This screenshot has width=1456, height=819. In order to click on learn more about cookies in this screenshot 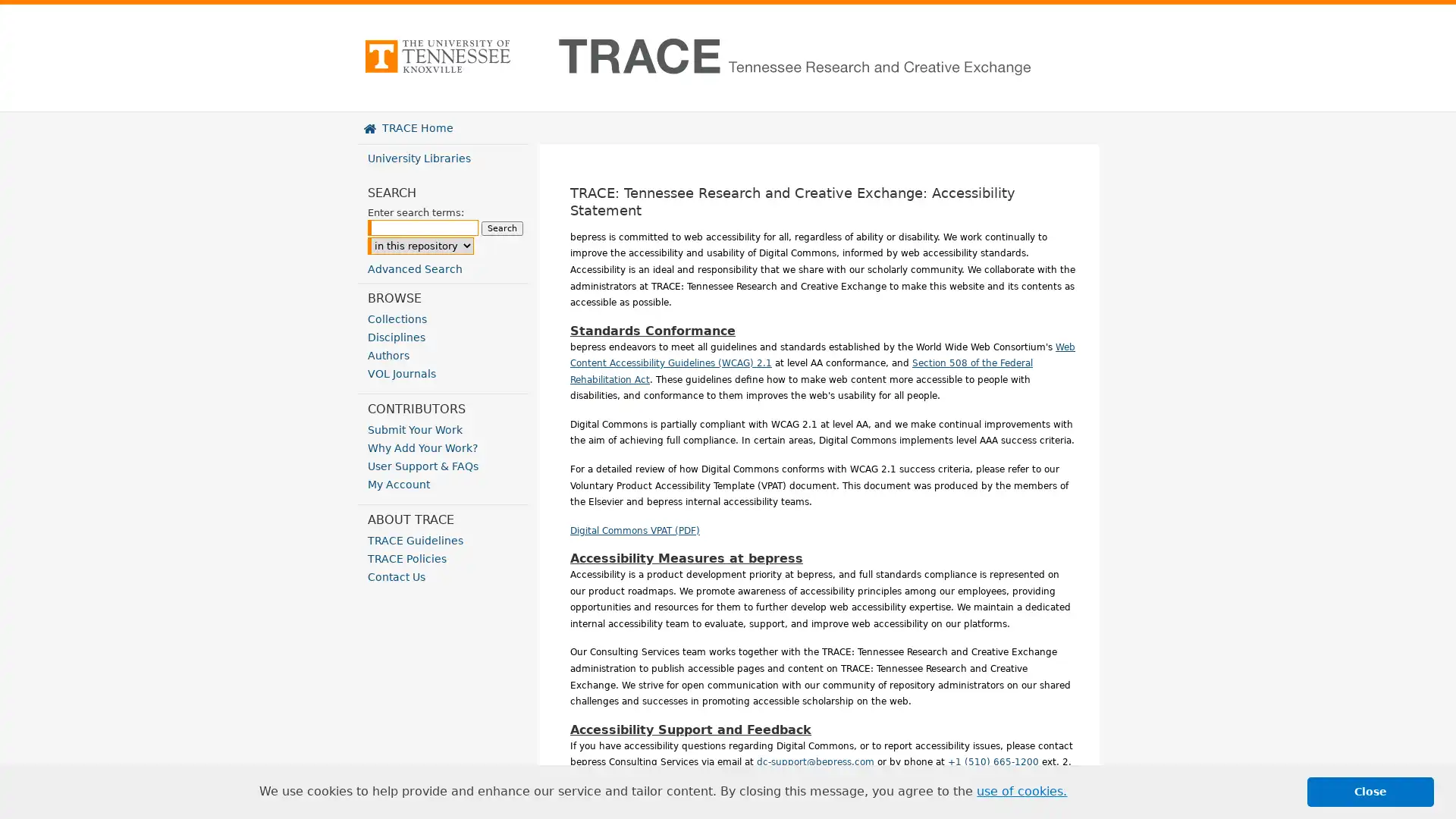, I will do `click(1021, 791)`.